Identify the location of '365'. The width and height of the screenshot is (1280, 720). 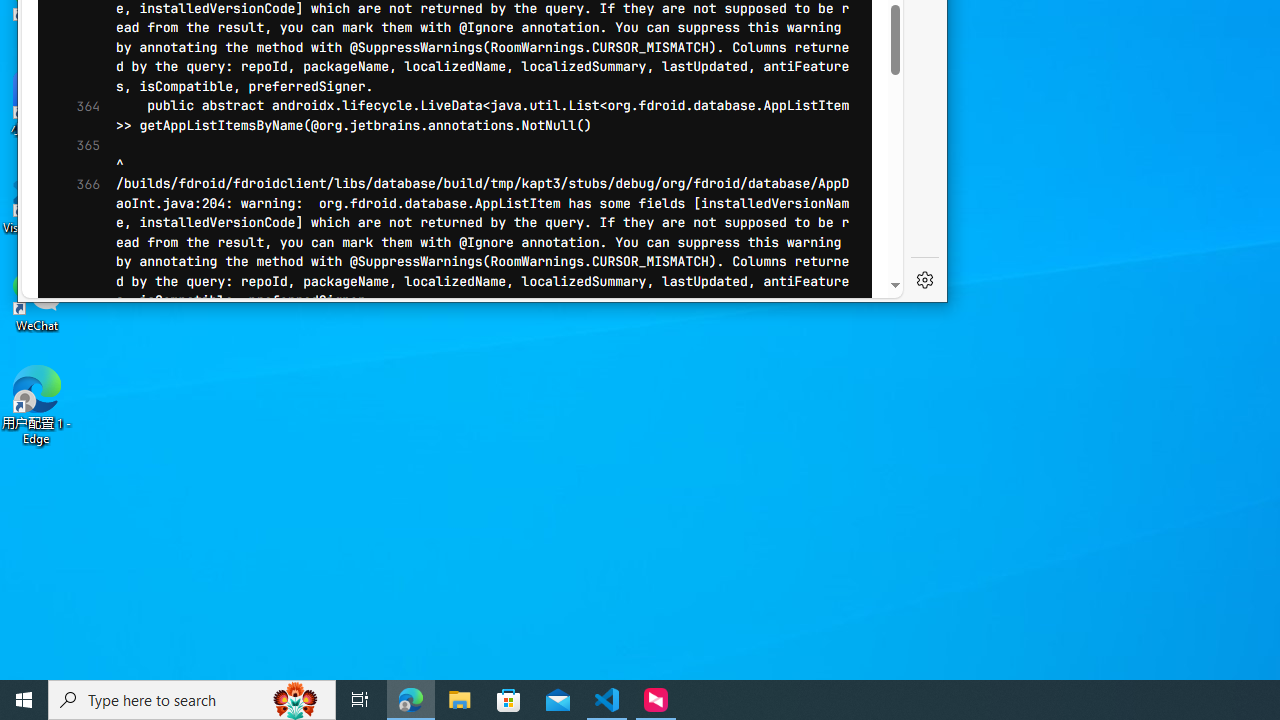
(81, 154).